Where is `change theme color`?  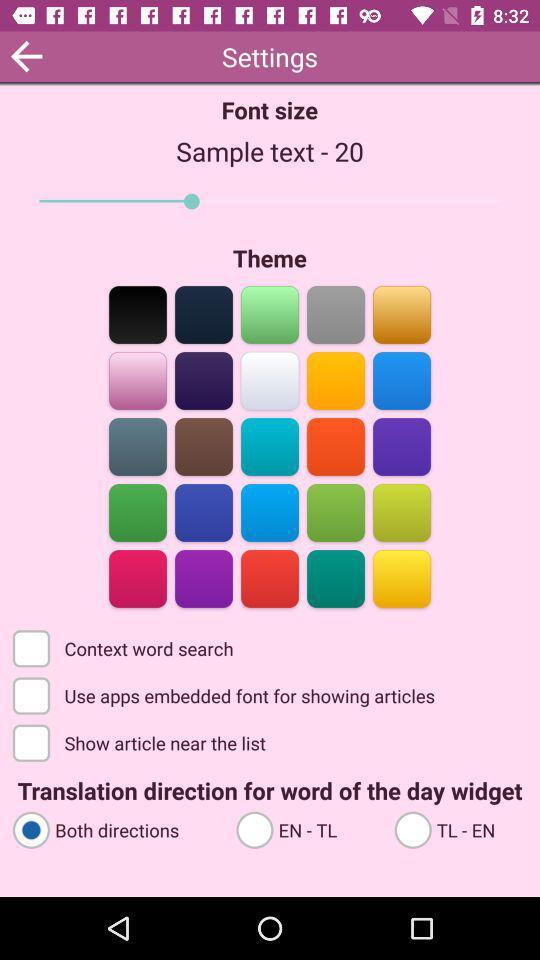
change theme color is located at coordinates (203, 313).